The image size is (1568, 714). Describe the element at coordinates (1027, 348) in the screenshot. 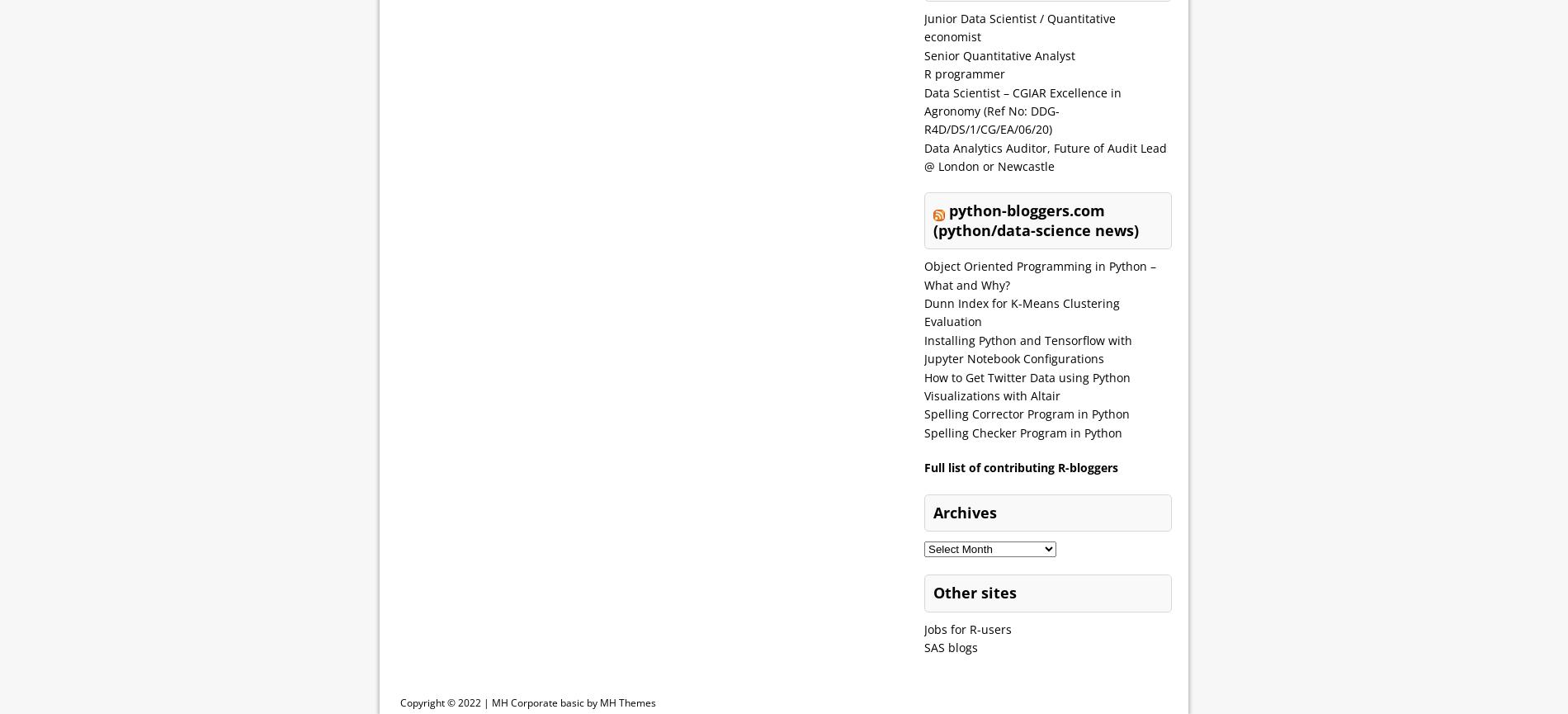

I see `'Installing Python and Tensorflow with Jupyter Notebook Configurations'` at that location.